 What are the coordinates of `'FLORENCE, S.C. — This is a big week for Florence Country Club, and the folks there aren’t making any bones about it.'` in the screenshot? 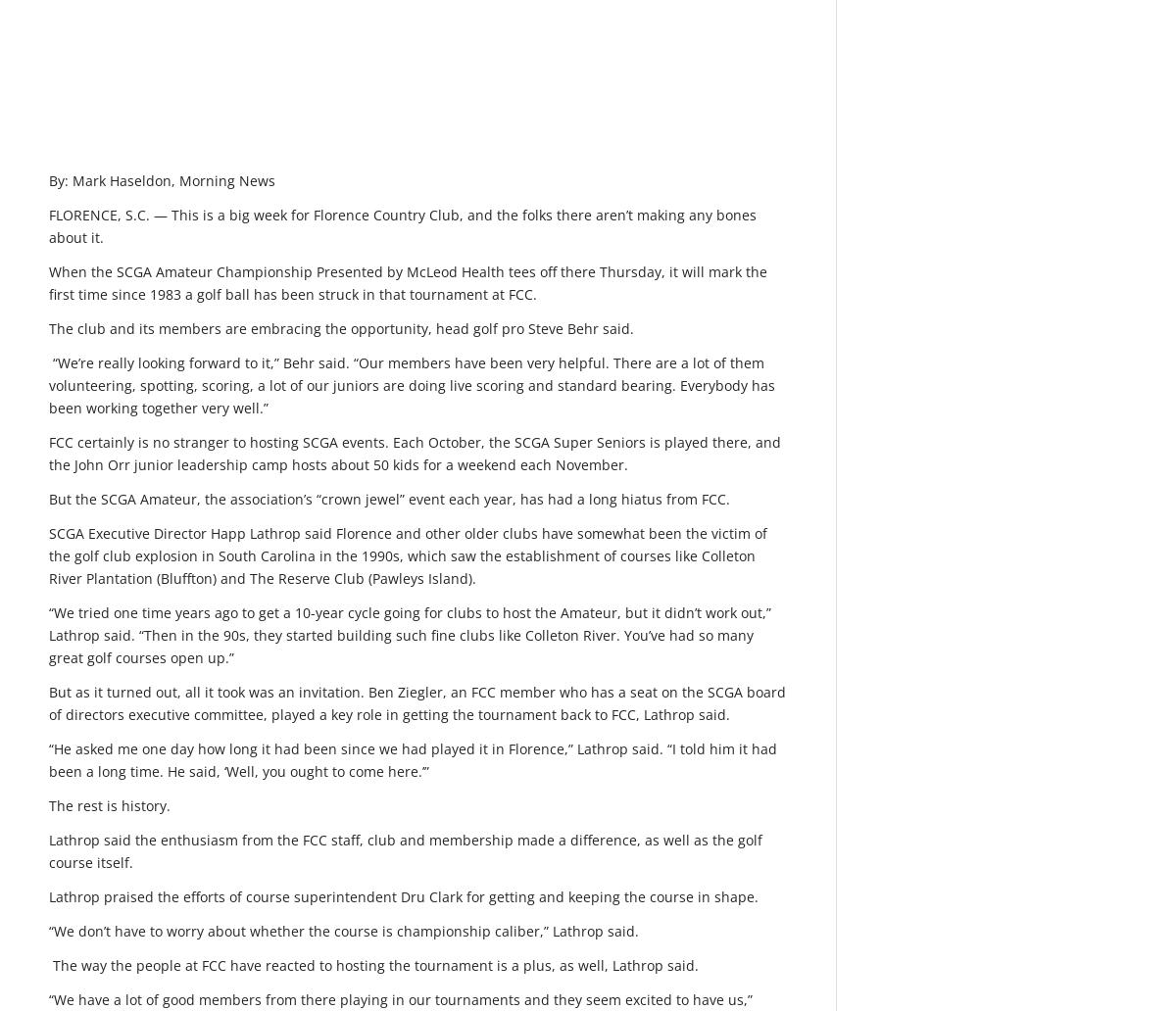 It's located at (403, 224).